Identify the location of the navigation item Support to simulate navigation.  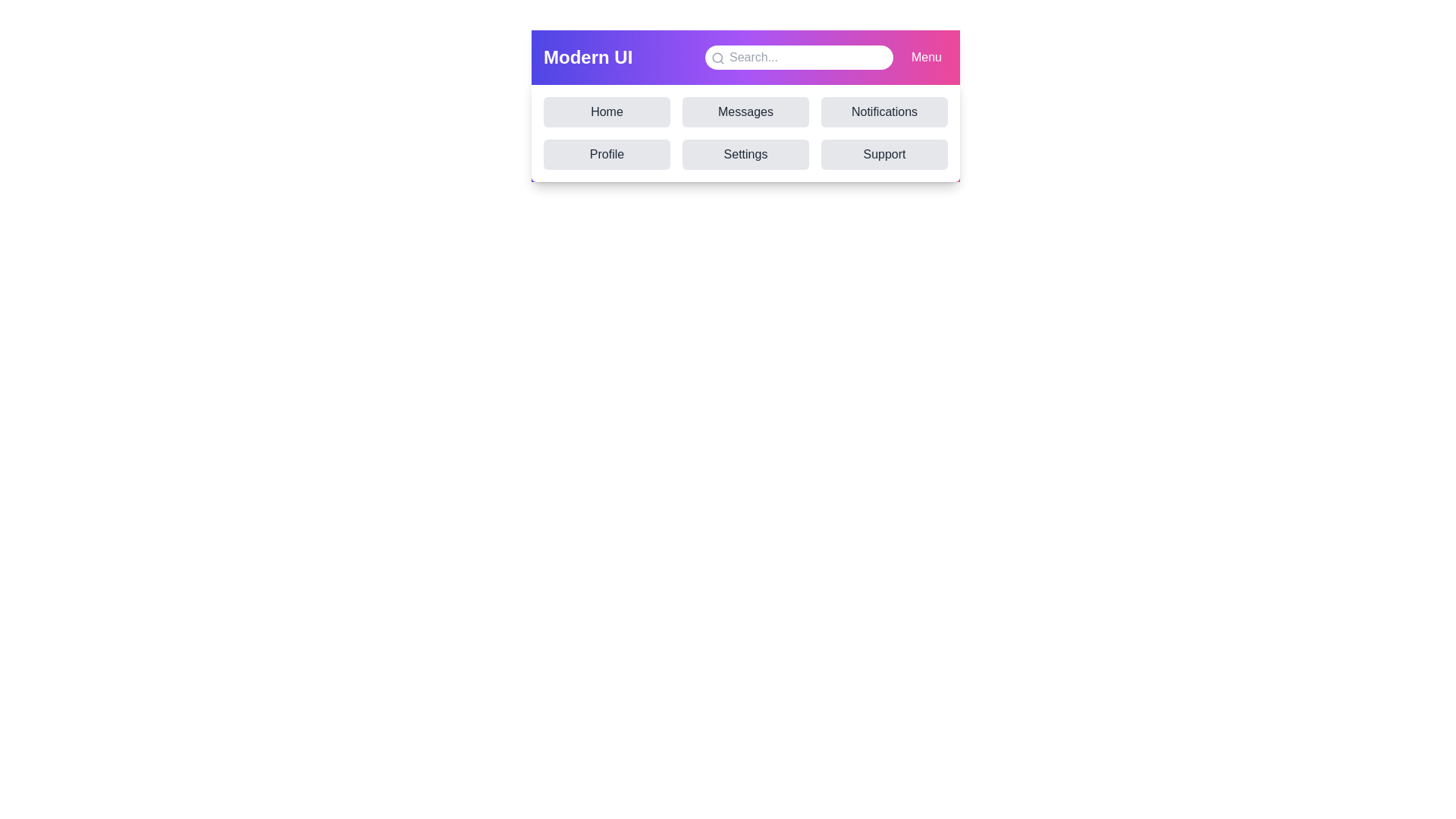
(884, 155).